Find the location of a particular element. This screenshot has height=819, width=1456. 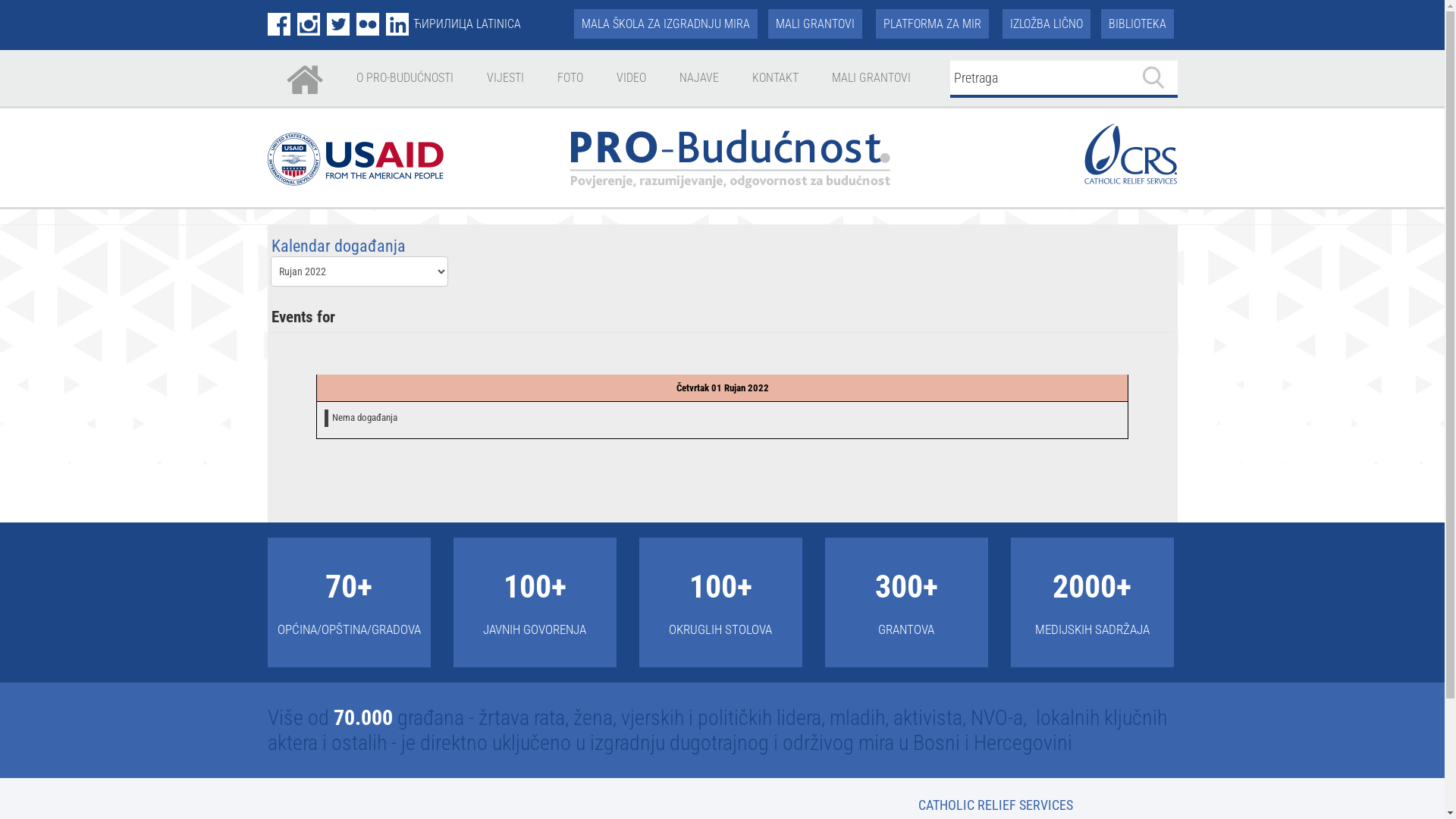

'MALI GRANTOVI' is located at coordinates (871, 78).